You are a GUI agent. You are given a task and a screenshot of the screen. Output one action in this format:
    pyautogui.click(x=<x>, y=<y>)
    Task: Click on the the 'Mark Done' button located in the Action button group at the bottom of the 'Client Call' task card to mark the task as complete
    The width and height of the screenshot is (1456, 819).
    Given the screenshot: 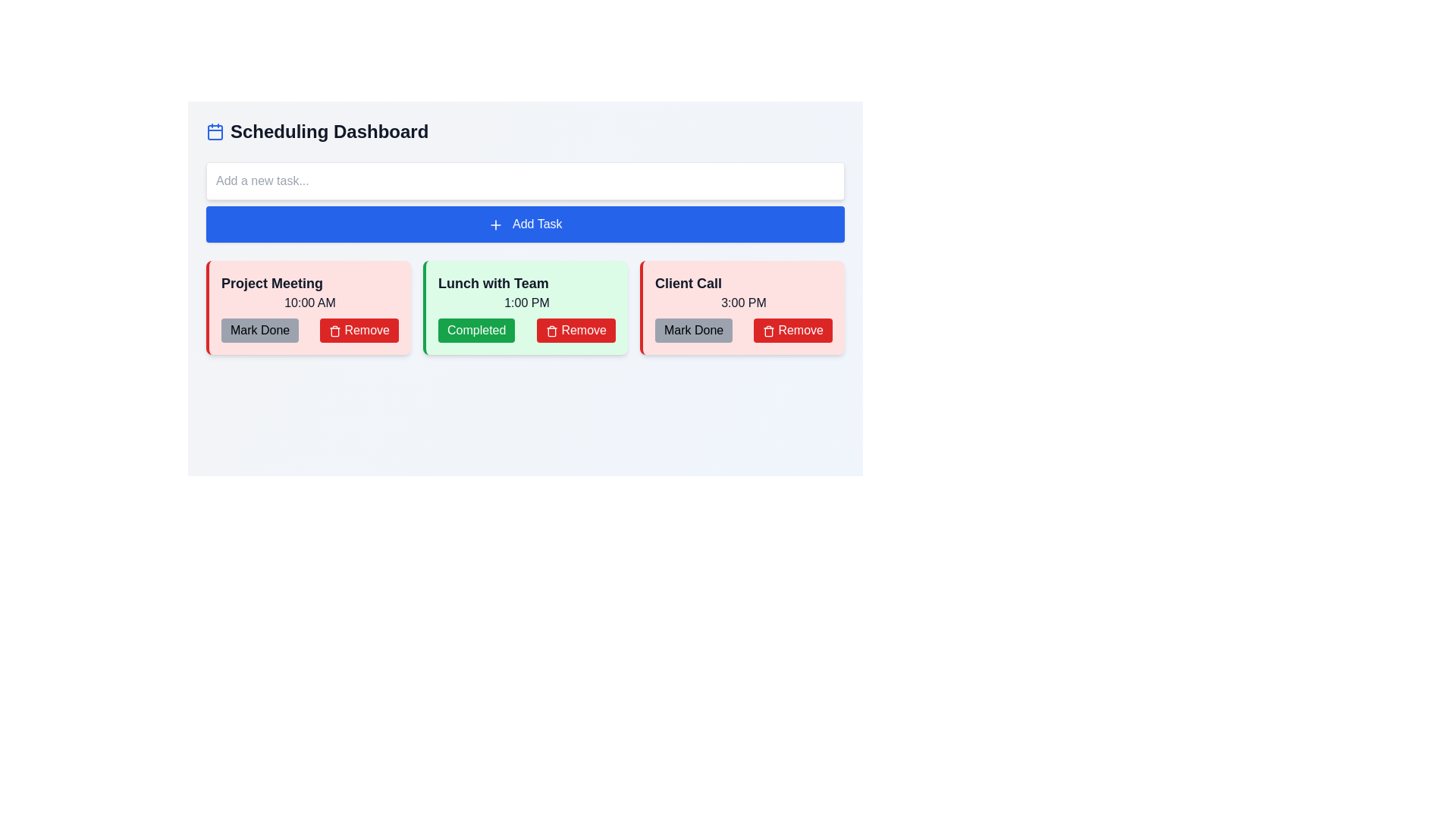 What is the action you would take?
    pyautogui.click(x=743, y=329)
    